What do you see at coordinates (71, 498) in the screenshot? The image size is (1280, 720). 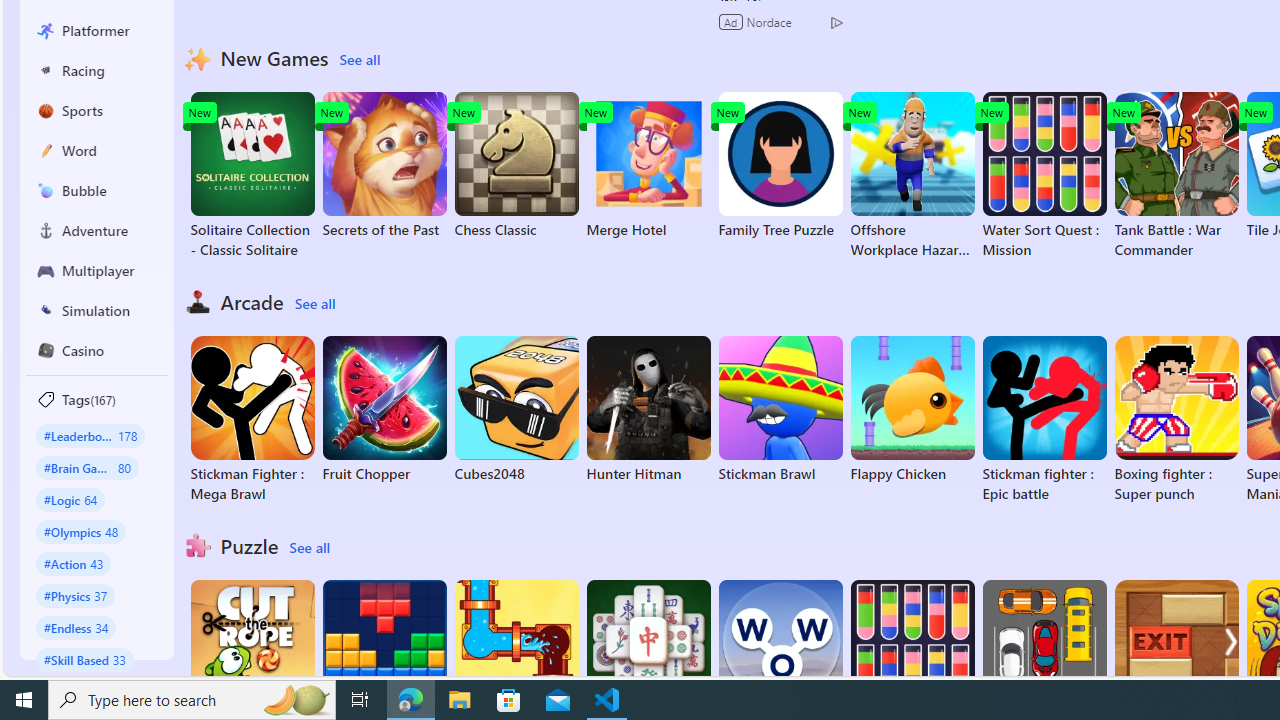 I see `'#Logic 64'` at bounding box center [71, 498].